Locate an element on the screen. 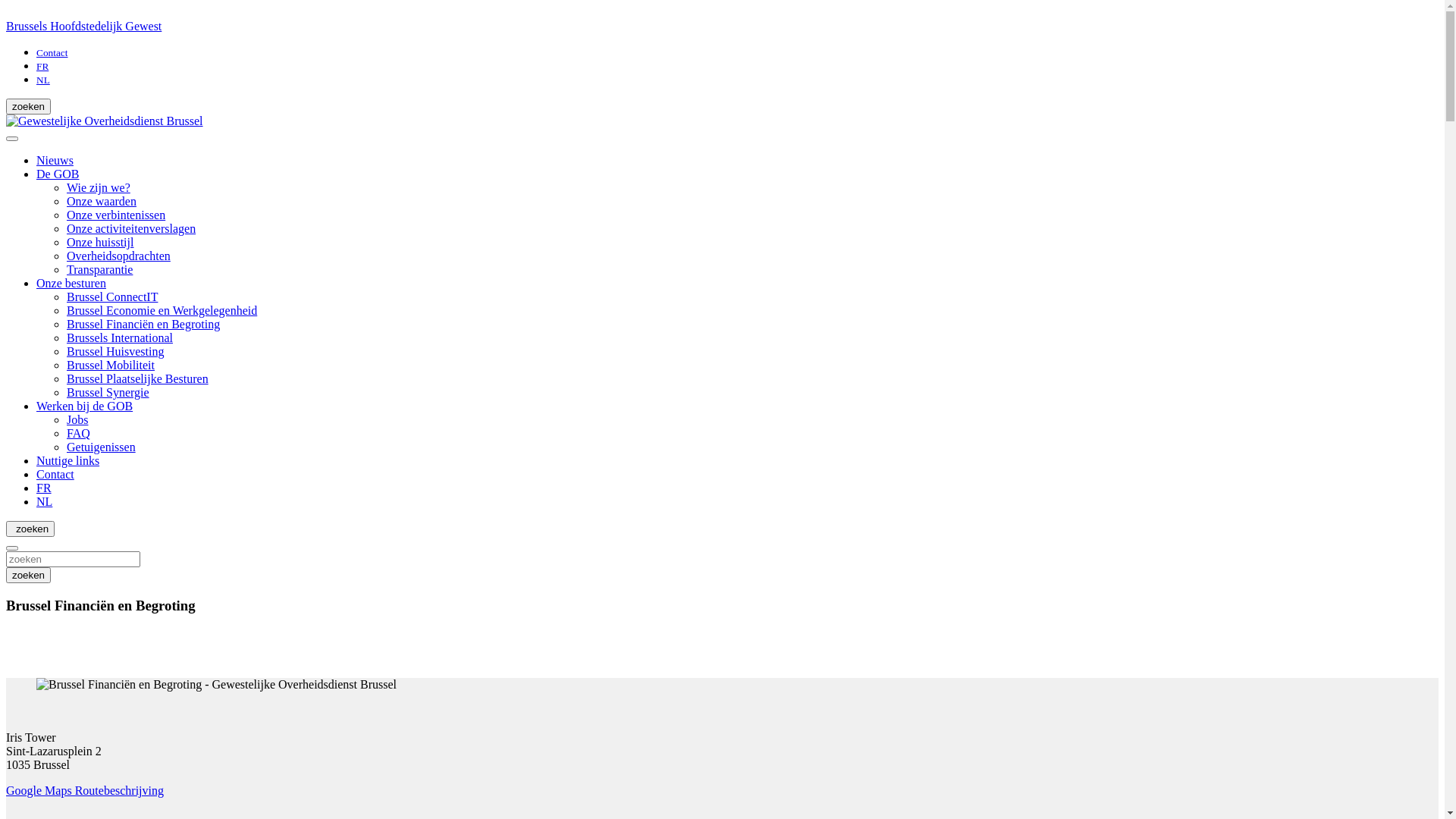 This screenshot has width=1456, height=819. 'Werken bij de GOB' is located at coordinates (83, 405).